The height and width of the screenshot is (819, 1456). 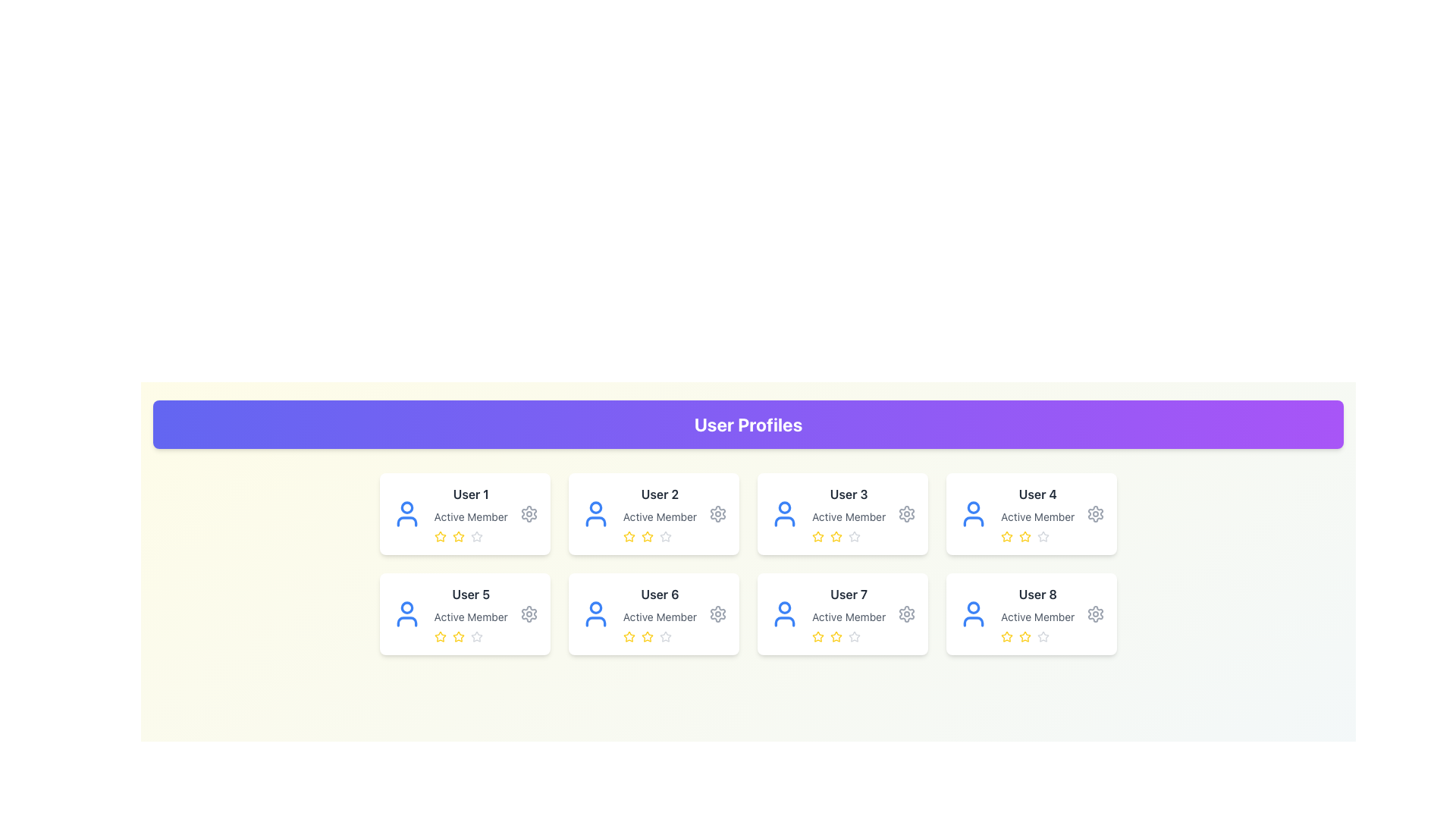 What do you see at coordinates (785, 614) in the screenshot?
I see `the user profile icon for 'User 7' located on the left side of the profile card in the bottom row, third from the left in the grid layout` at bounding box center [785, 614].